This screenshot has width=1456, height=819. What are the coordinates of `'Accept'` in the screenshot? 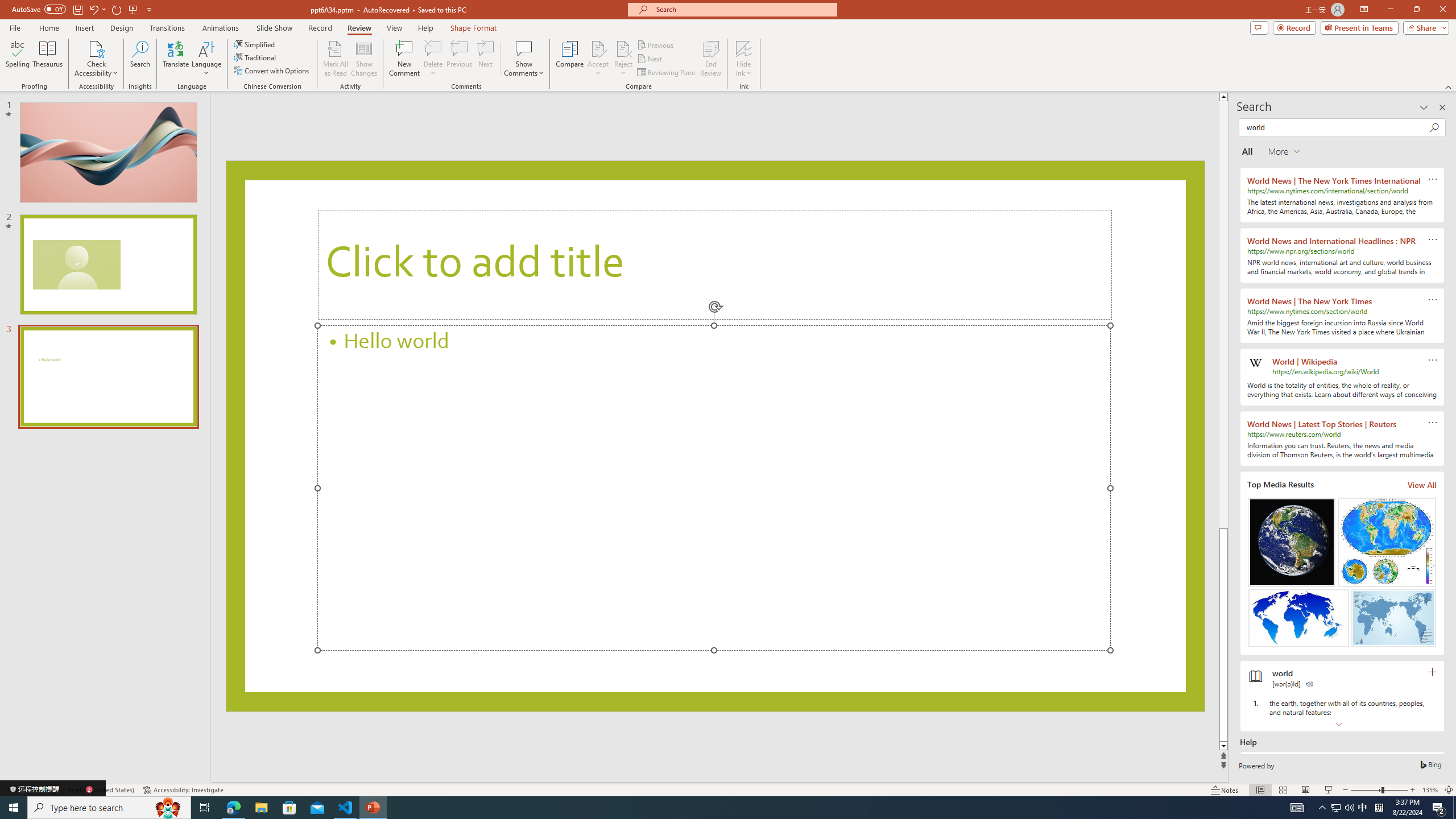 It's located at (598, 59).